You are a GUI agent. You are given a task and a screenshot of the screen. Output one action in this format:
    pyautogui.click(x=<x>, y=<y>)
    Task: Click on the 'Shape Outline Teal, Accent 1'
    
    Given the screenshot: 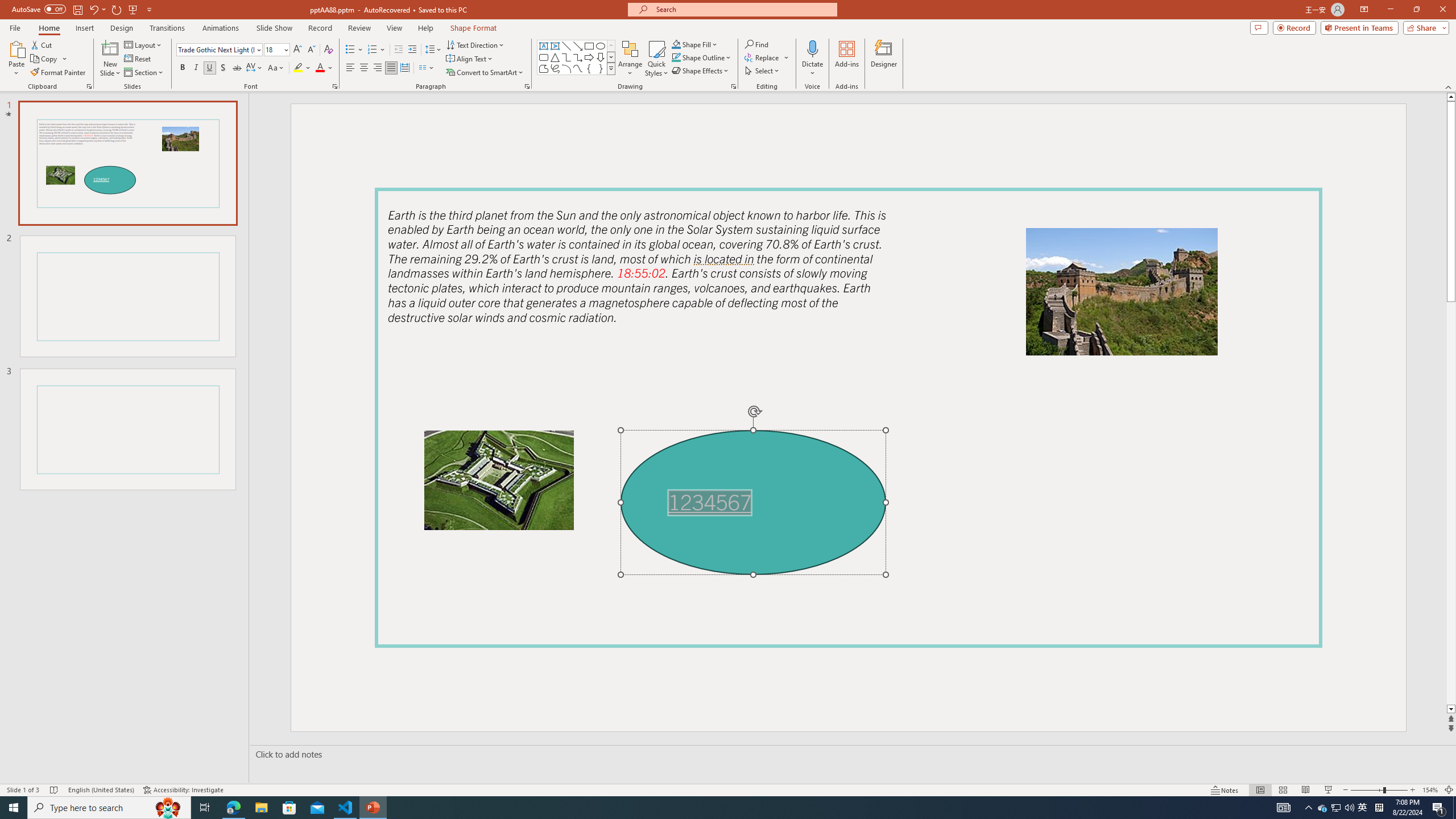 What is the action you would take?
    pyautogui.click(x=676, y=56)
    